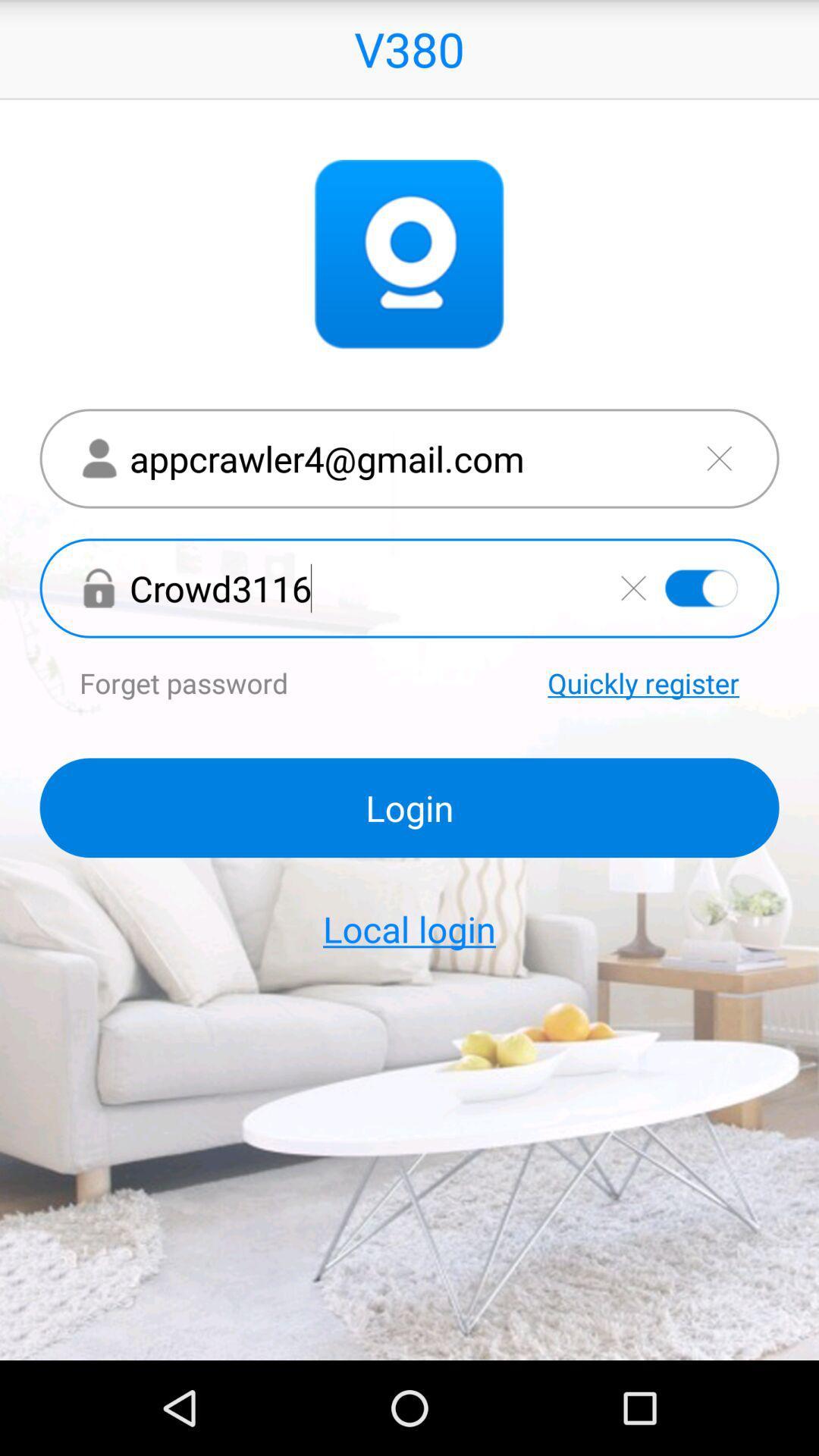 Image resolution: width=819 pixels, height=1456 pixels. What do you see at coordinates (718, 491) in the screenshot?
I see `the close icon` at bounding box center [718, 491].